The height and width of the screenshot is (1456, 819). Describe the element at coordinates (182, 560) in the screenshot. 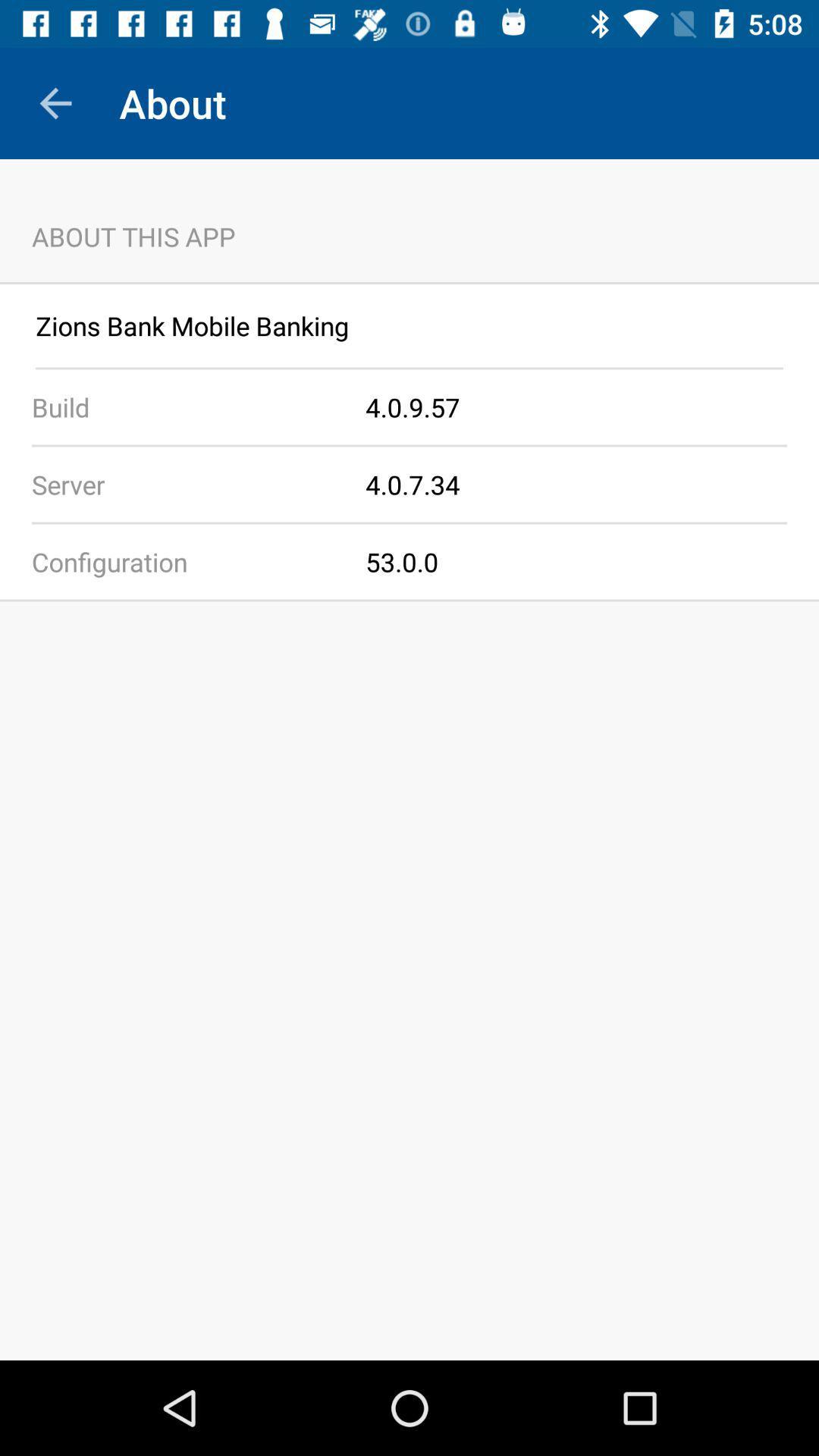

I see `the item next to the 53.0.0 icon` at that location.